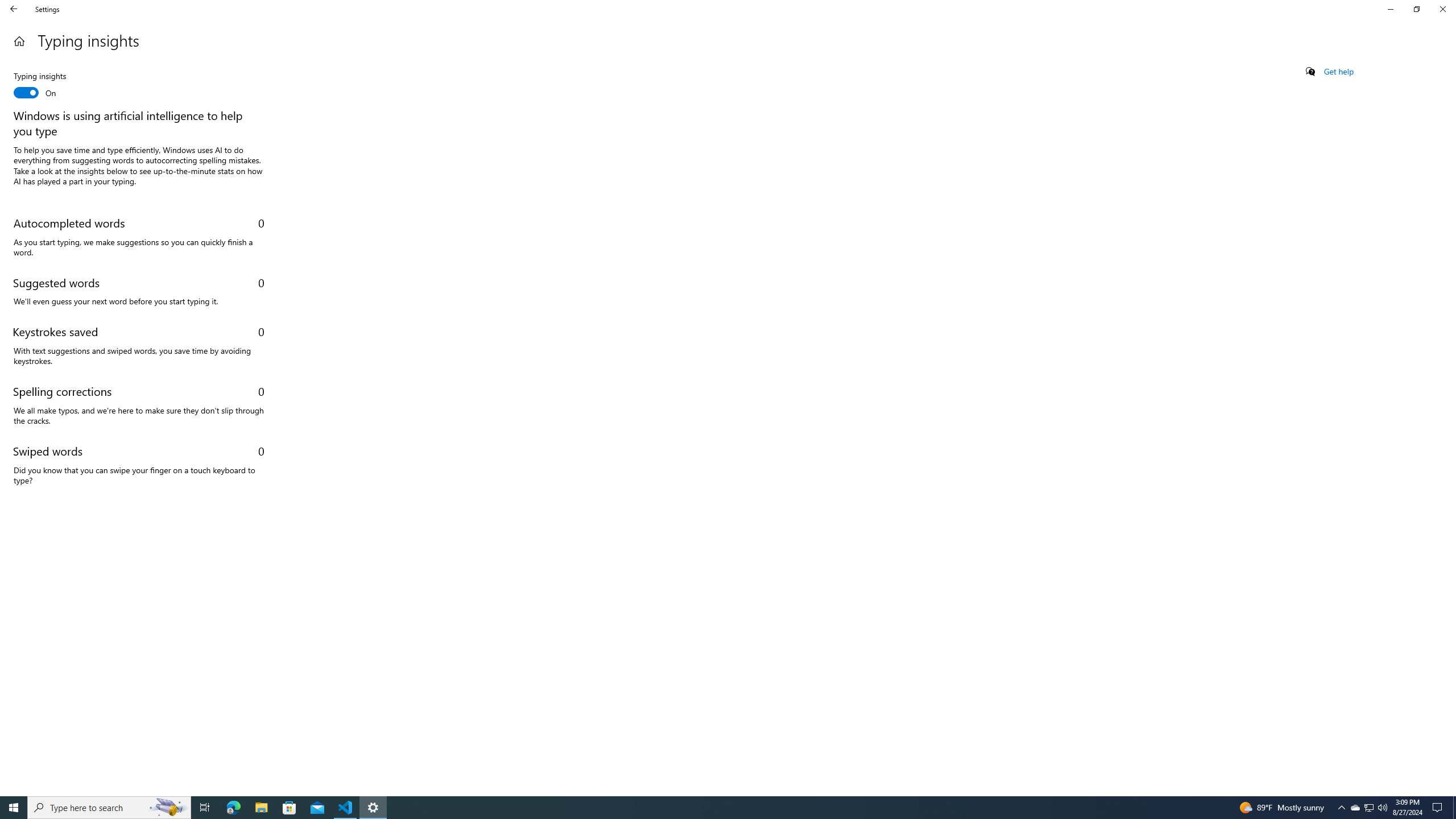  I want to click on 'Restore Settings', so click(1416, 9).